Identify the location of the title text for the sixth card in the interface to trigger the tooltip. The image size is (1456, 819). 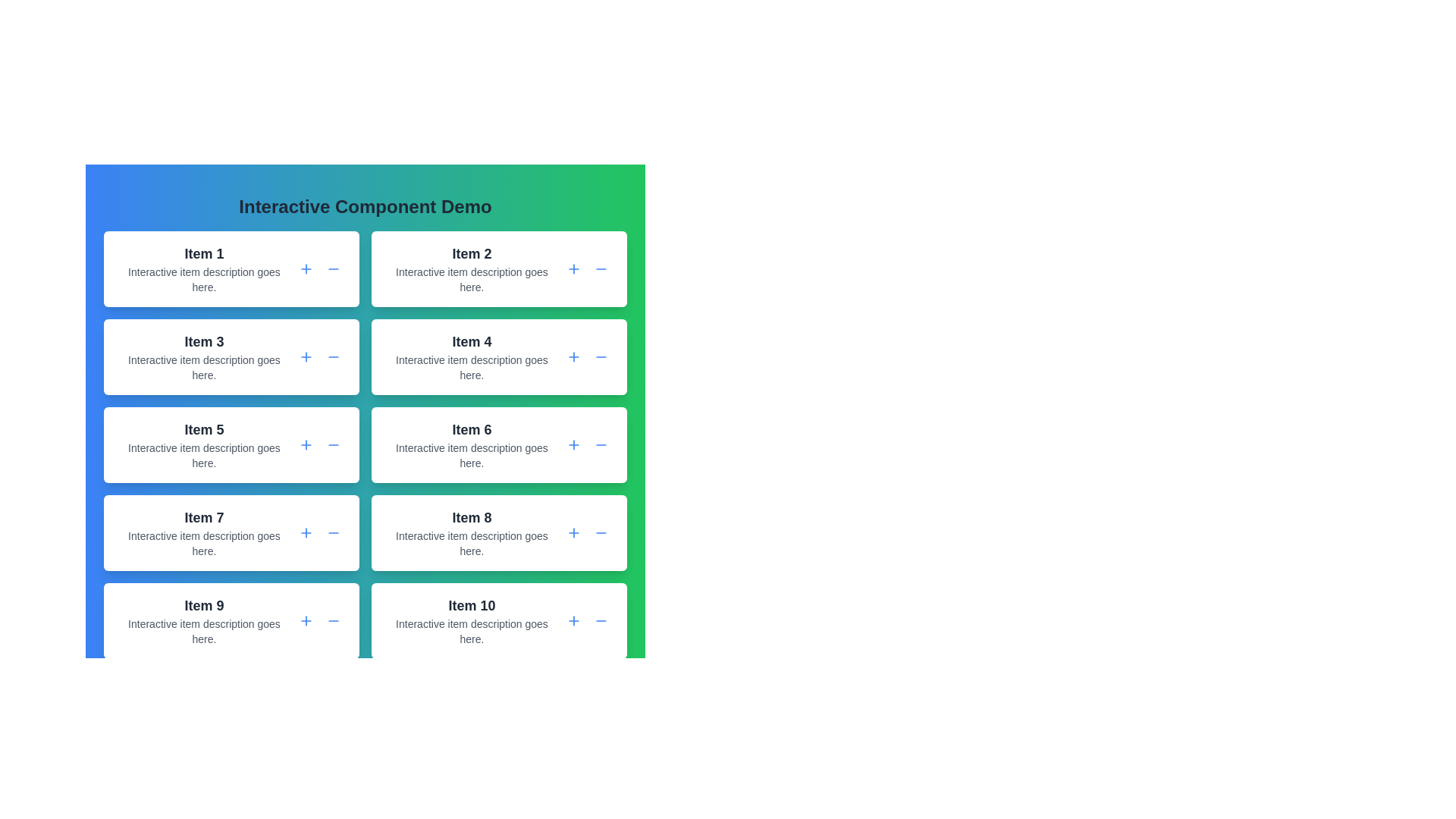
(471, 430).